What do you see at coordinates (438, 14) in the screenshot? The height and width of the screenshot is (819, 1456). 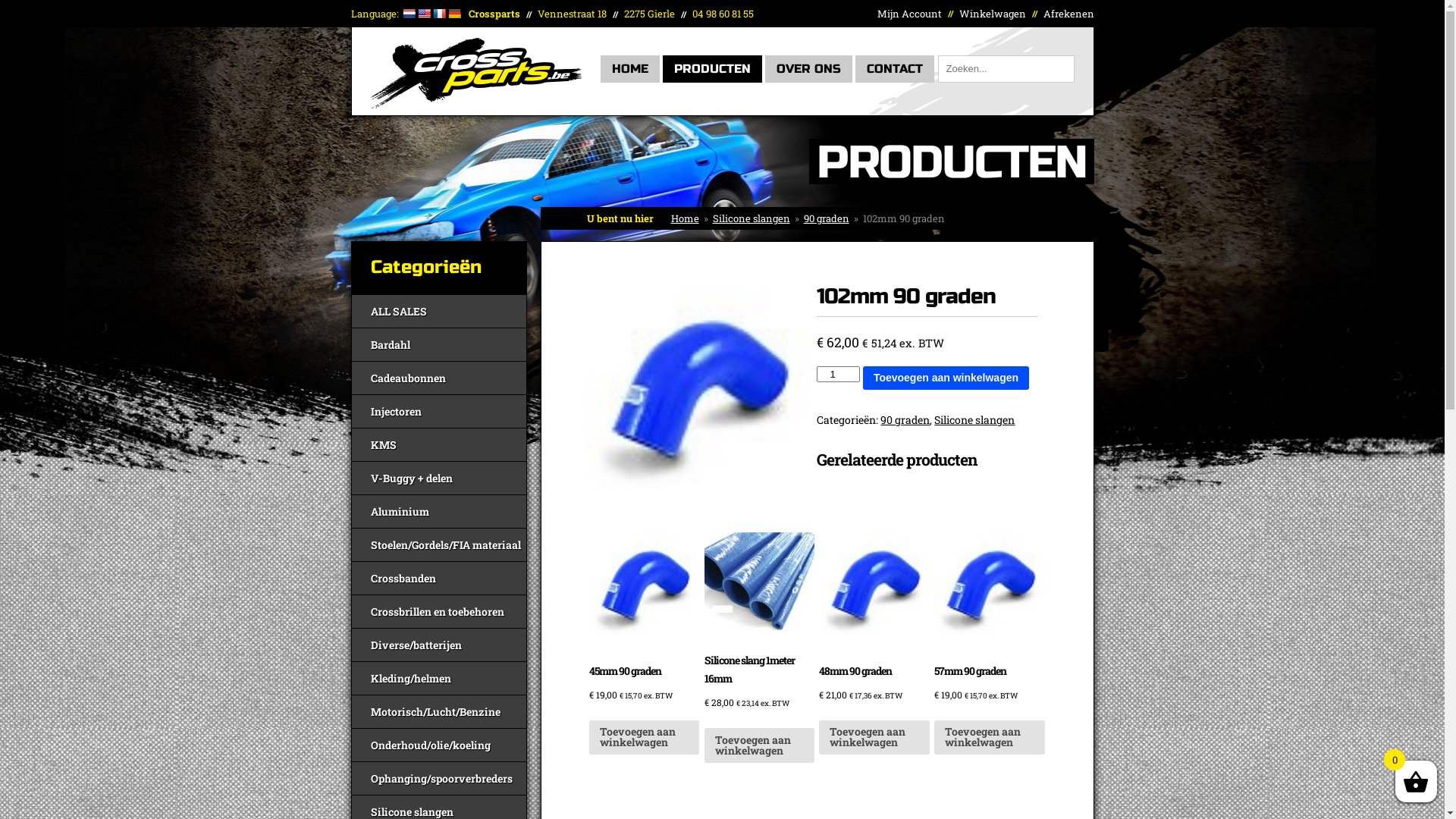 I see `'French'` at bounding box center [438, 14].